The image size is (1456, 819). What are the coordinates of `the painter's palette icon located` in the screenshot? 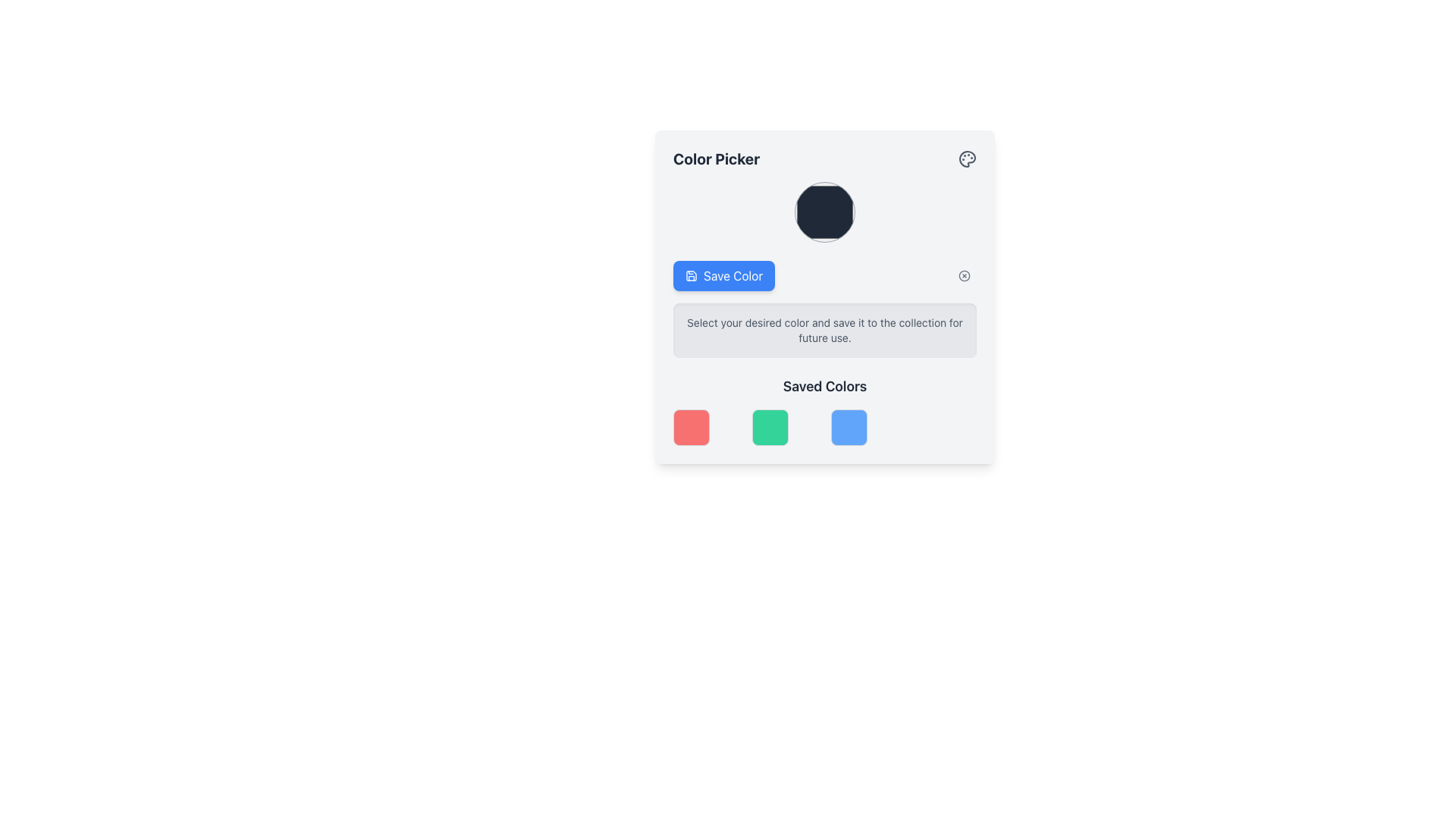 It's located at (967, 158).